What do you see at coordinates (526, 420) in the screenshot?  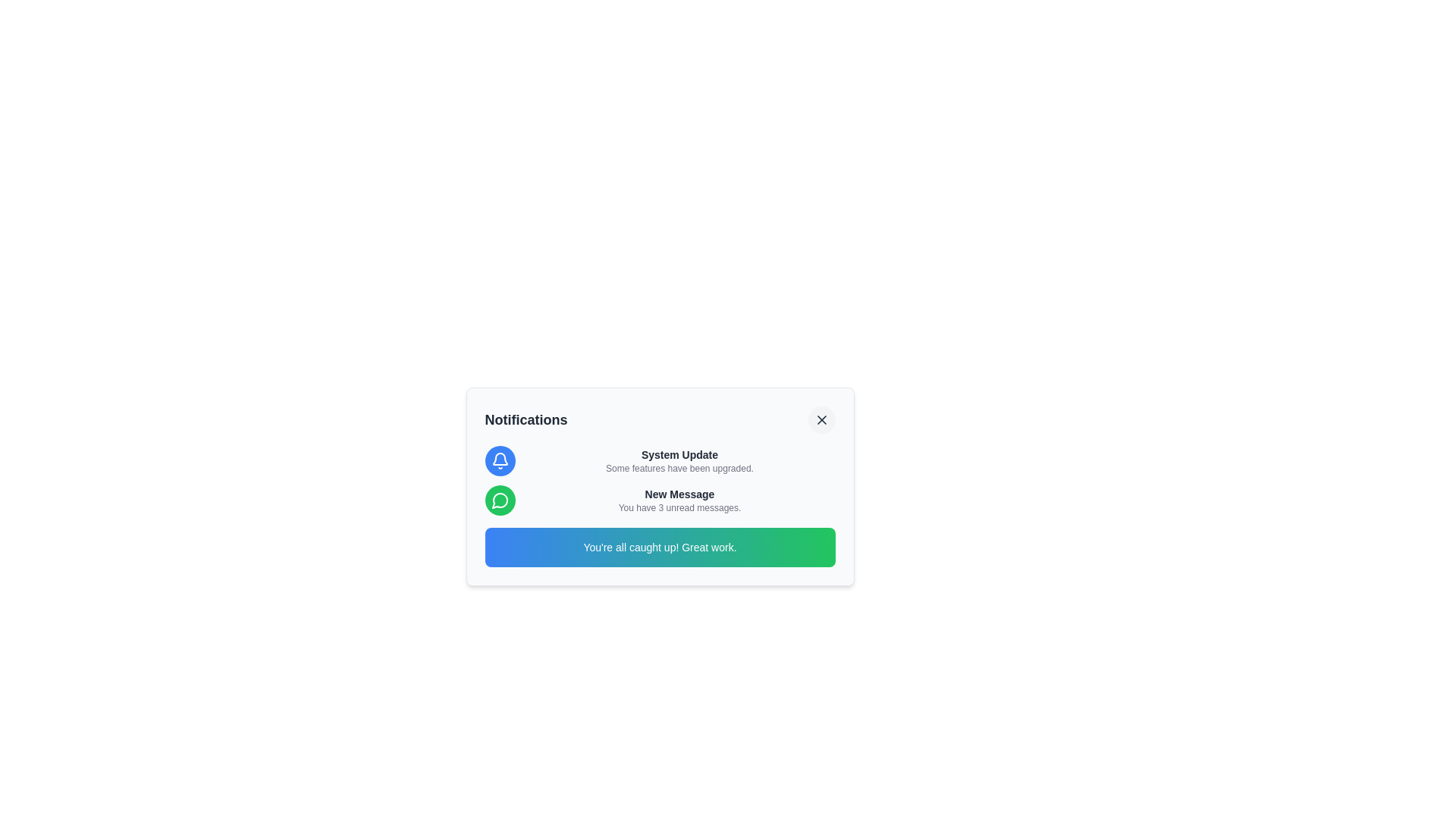 I see `the bold text label displaying 'Notifications' positioned in the top left of the card-like UI component` at bounding box center [526, 420].